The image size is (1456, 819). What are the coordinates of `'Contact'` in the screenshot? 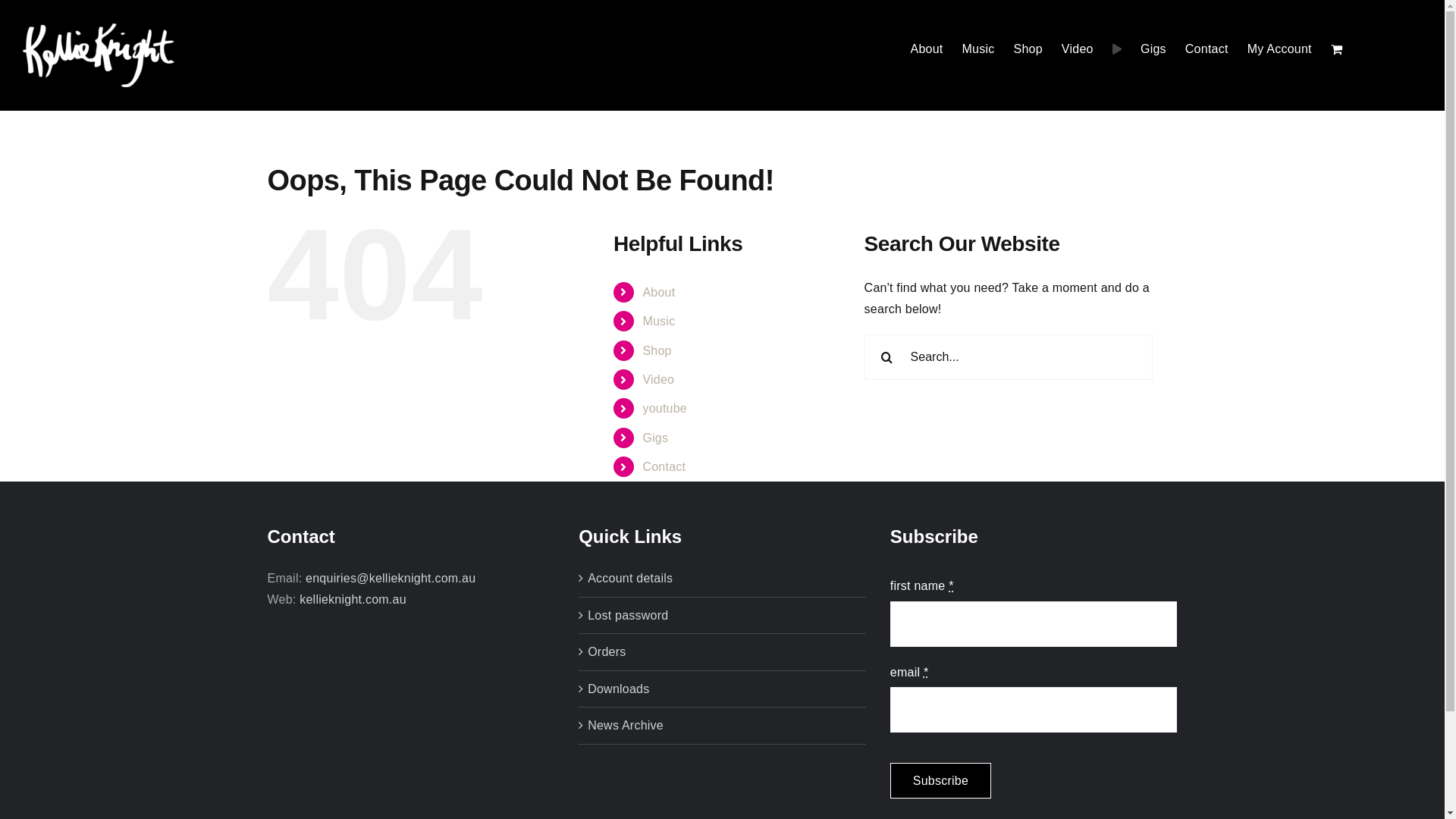 It's located at (664, 466).